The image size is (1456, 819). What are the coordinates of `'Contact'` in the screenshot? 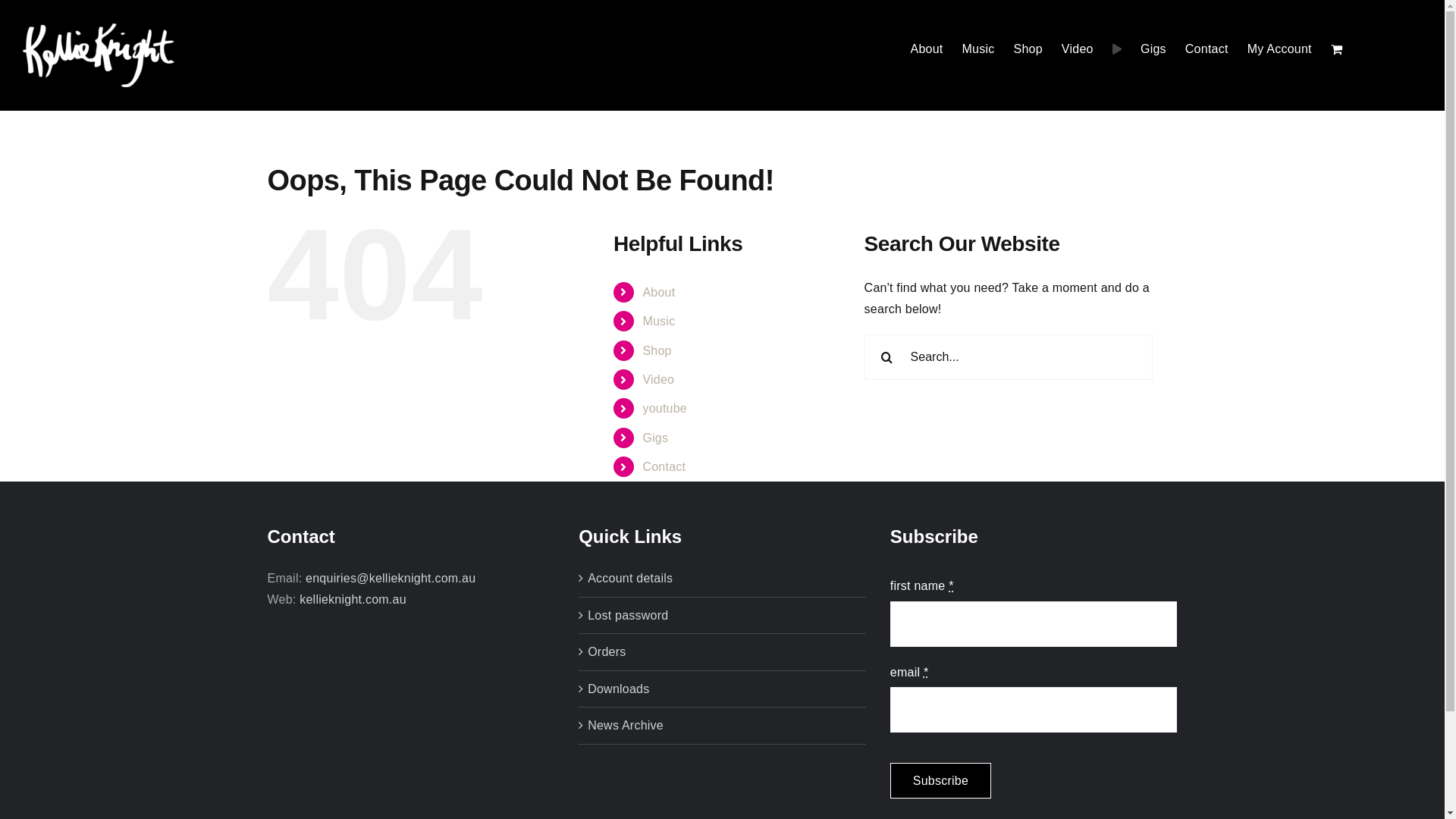 It's located at (664, 466).